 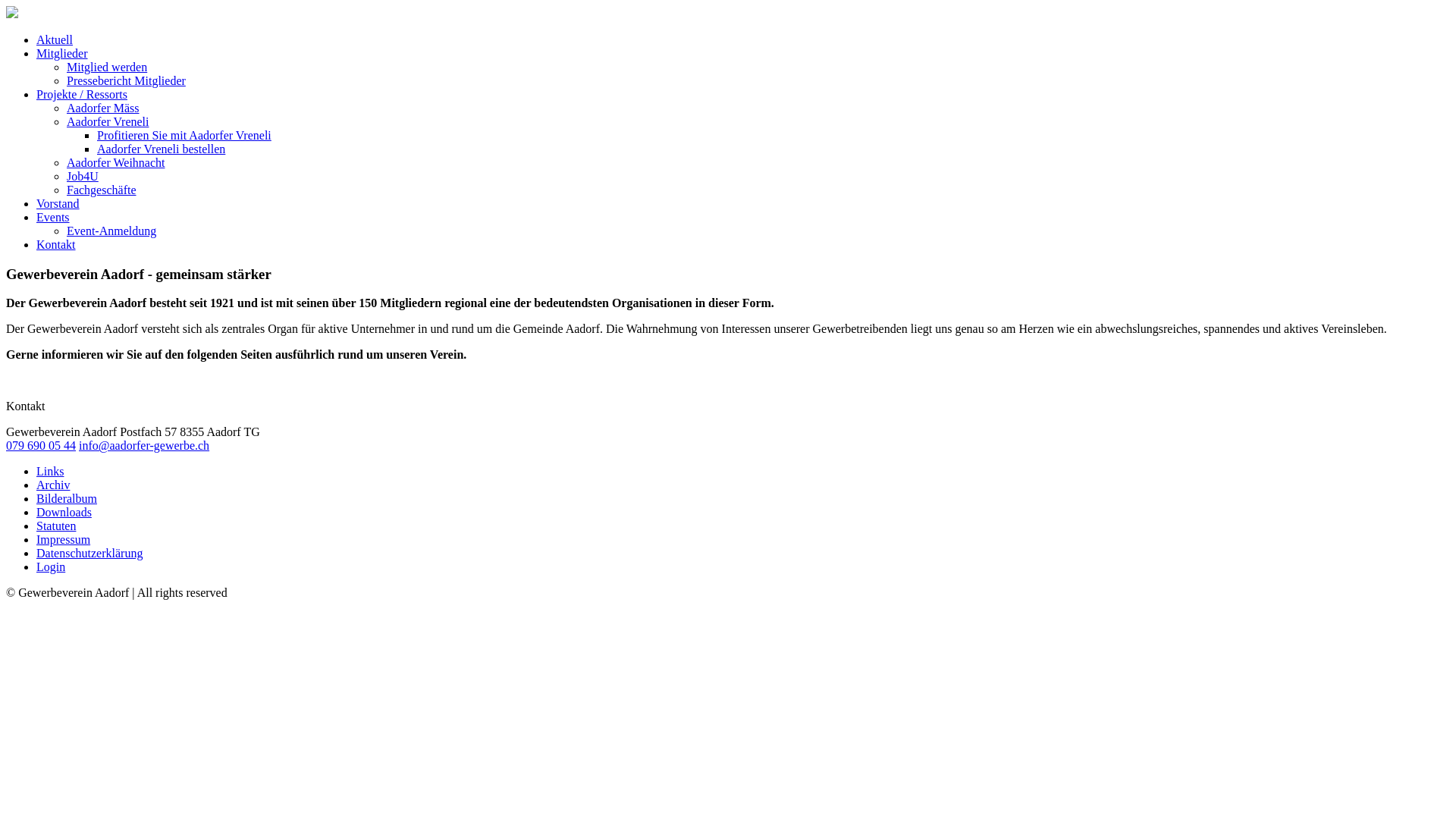 What do you see at coordinates (53, 485) in the screenshot?
I see `'Archiv'` at bounding box center [53, 485].